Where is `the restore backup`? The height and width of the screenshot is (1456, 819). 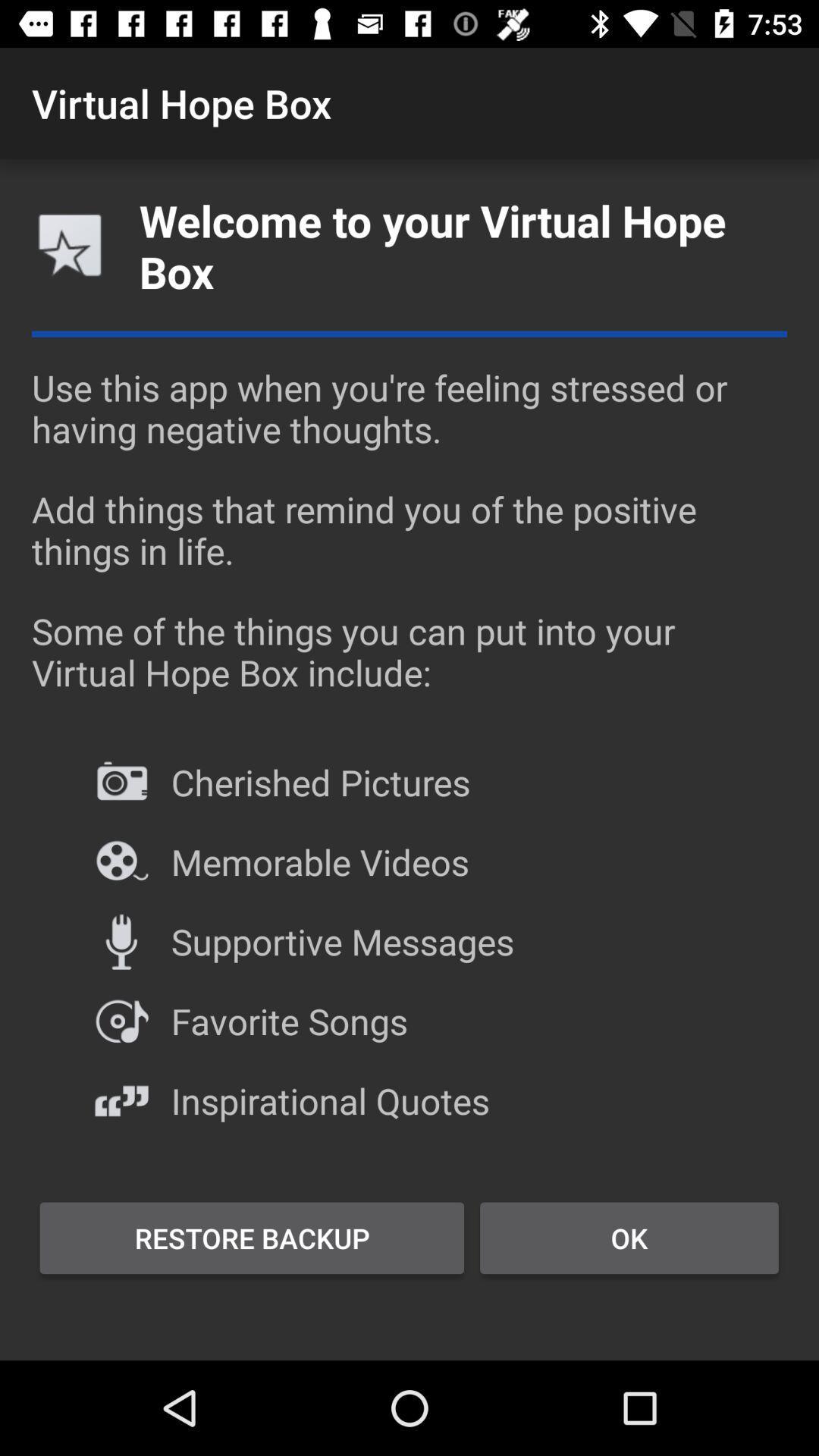 the restore backup is located at coordinates (251, 1238).